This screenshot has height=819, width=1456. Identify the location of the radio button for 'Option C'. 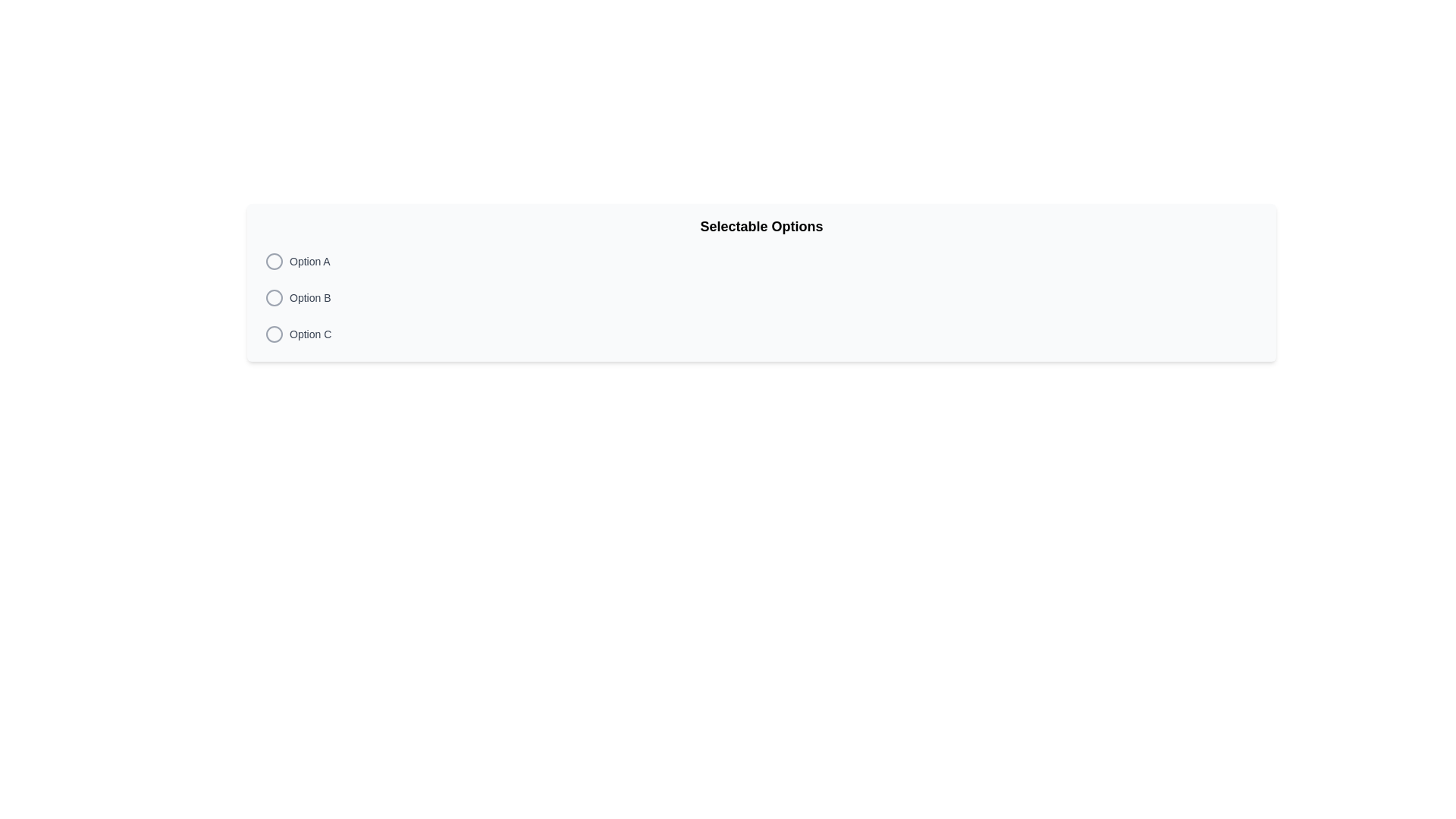
(274, 333).